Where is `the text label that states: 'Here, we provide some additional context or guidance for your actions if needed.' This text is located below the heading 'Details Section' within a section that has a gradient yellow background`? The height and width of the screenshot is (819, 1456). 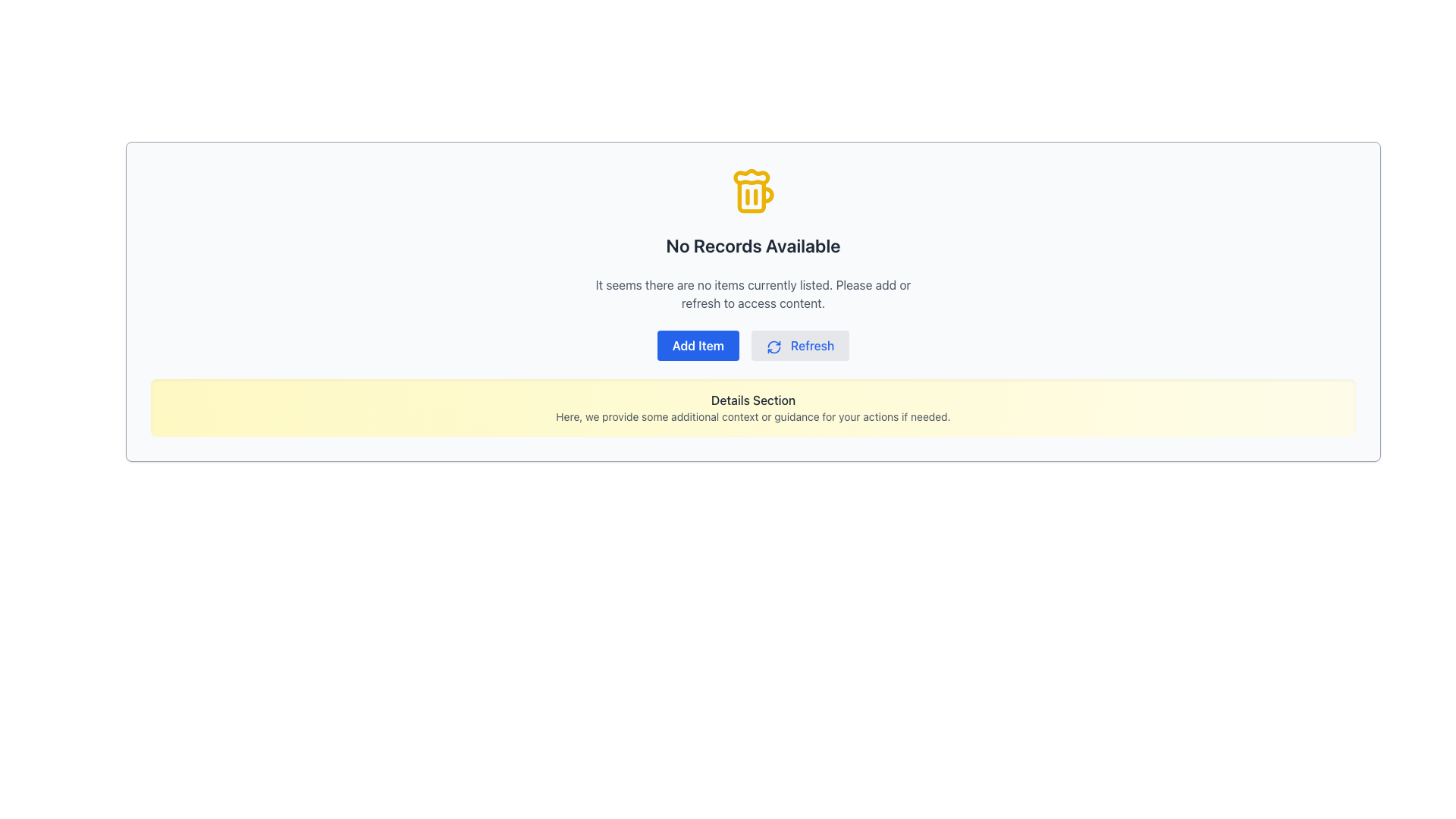 the text label that states: 'Here, we provide some additional context or guidance for your actions if needed.' This text is located below the heading 'Details Section' within a section that has a gradient yellow background is located at coordinates (753, 417).